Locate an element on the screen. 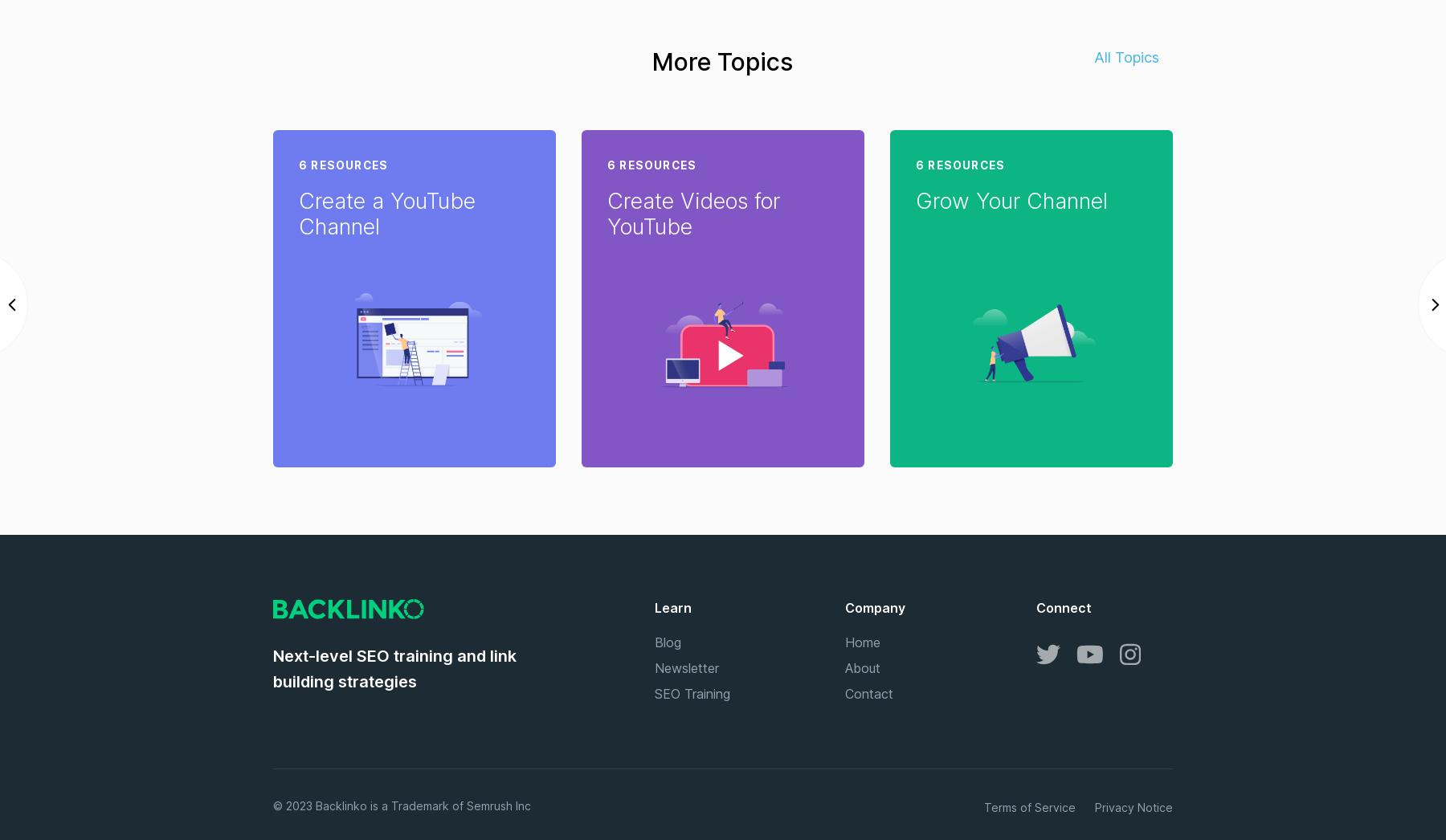 This screenshot has height=840, width=1446. 'More Topics' is located at coordinates (722, 61).